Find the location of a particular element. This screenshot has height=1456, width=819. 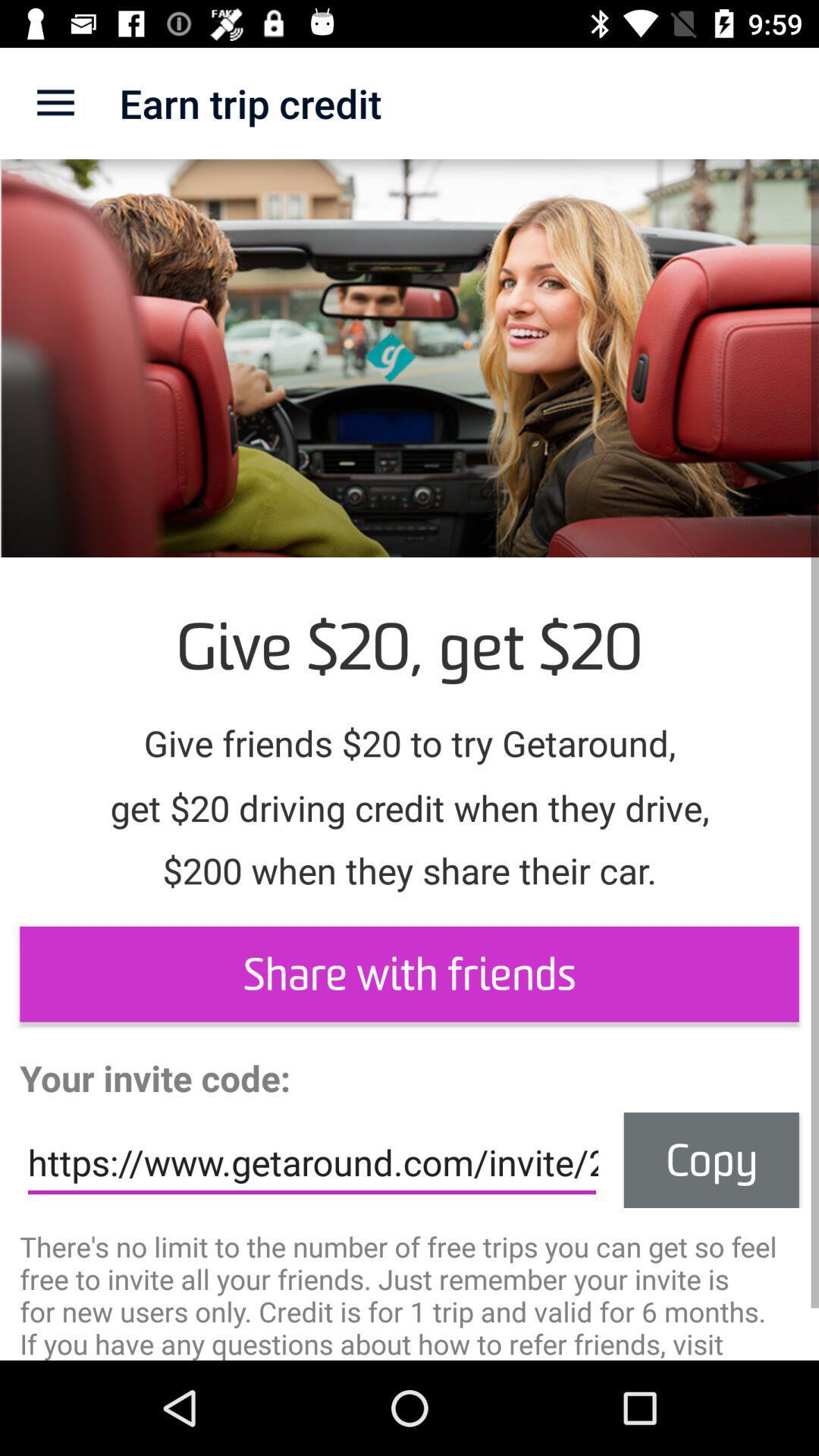

copy is located at coordinates (711, 1159).